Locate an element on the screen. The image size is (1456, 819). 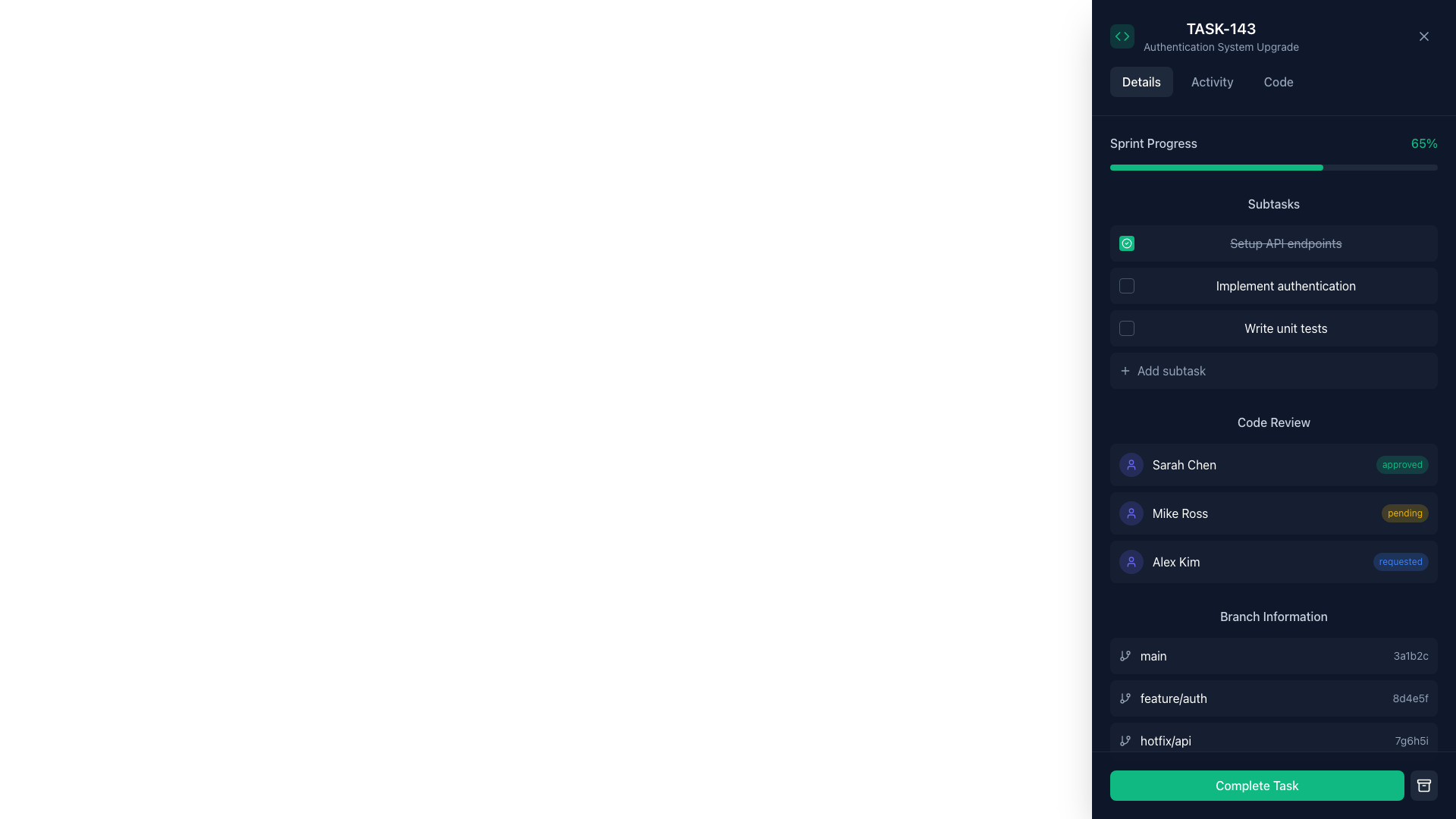
the Text Label displaying the name 'Mike Ross' in the 'Code Review' section, which is positioned between 'Sarah Chen' and 'Alex Kim', with a user silhouette icon on the left is located at coordinates (1179, 513).